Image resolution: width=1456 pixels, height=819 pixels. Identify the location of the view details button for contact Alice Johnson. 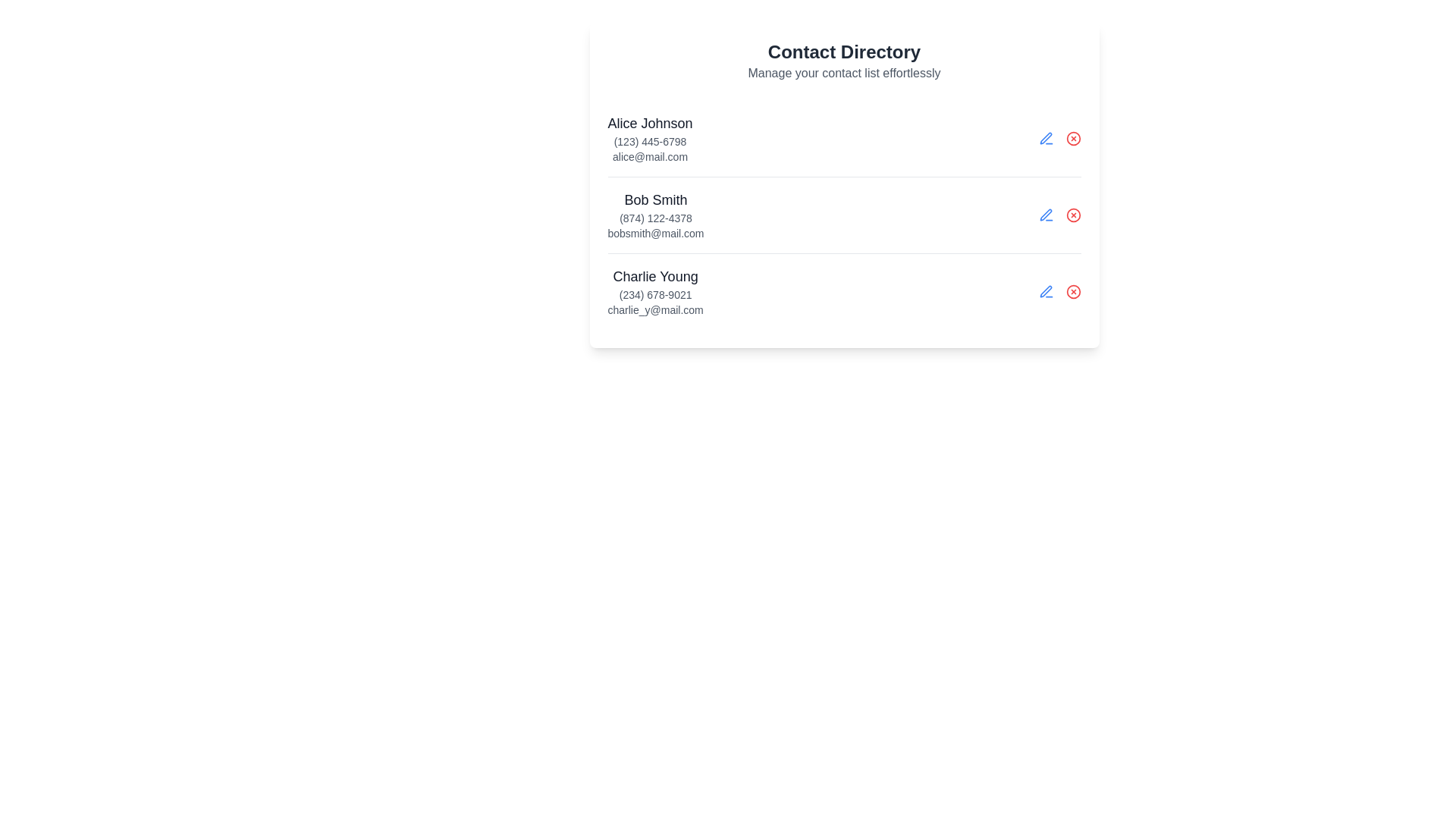
(1045, 138).